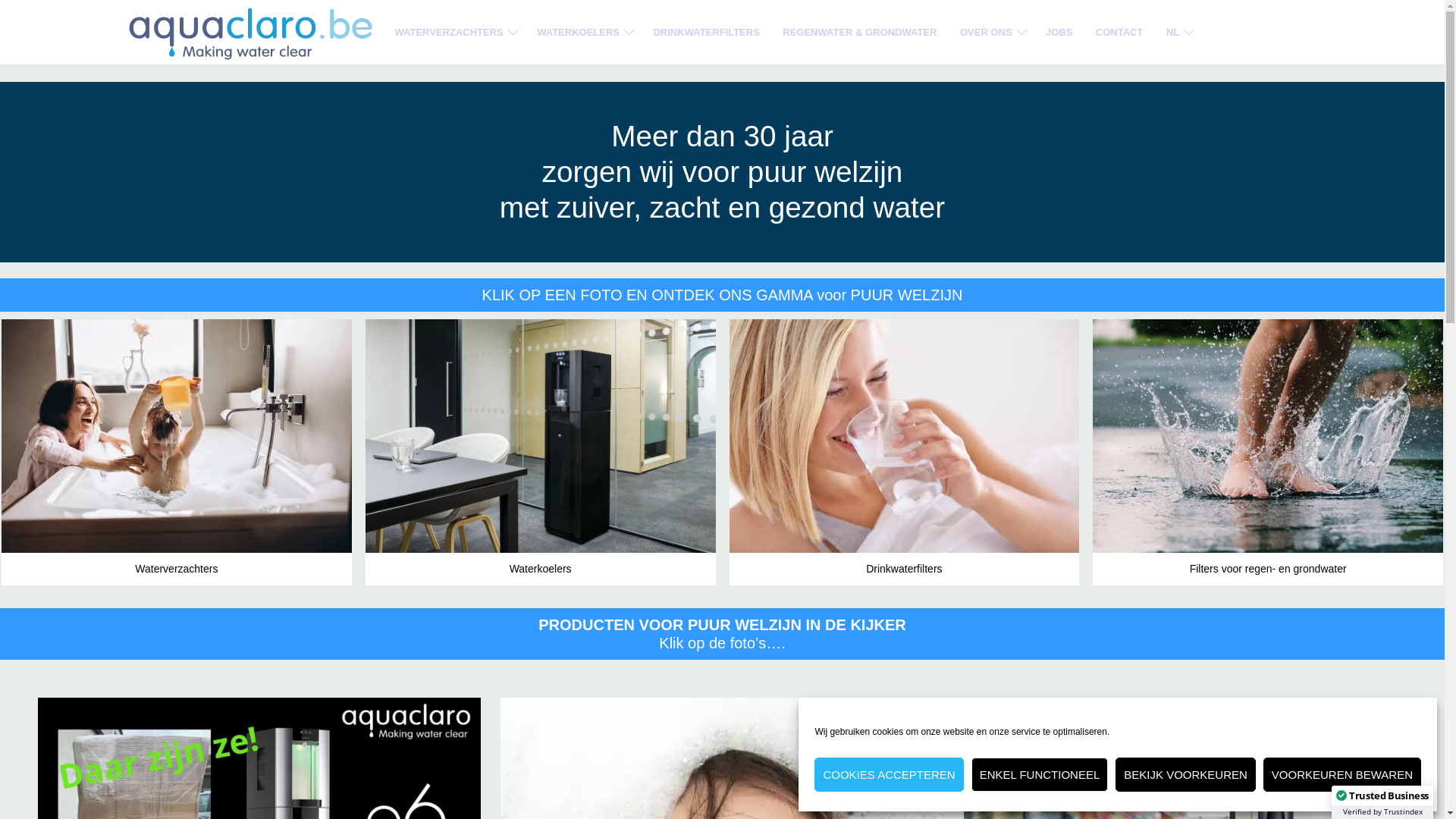  Describe the element at coordinates (705, 32) in the screenshot. I see `'DRINKWATERFILTERS'` at that location.